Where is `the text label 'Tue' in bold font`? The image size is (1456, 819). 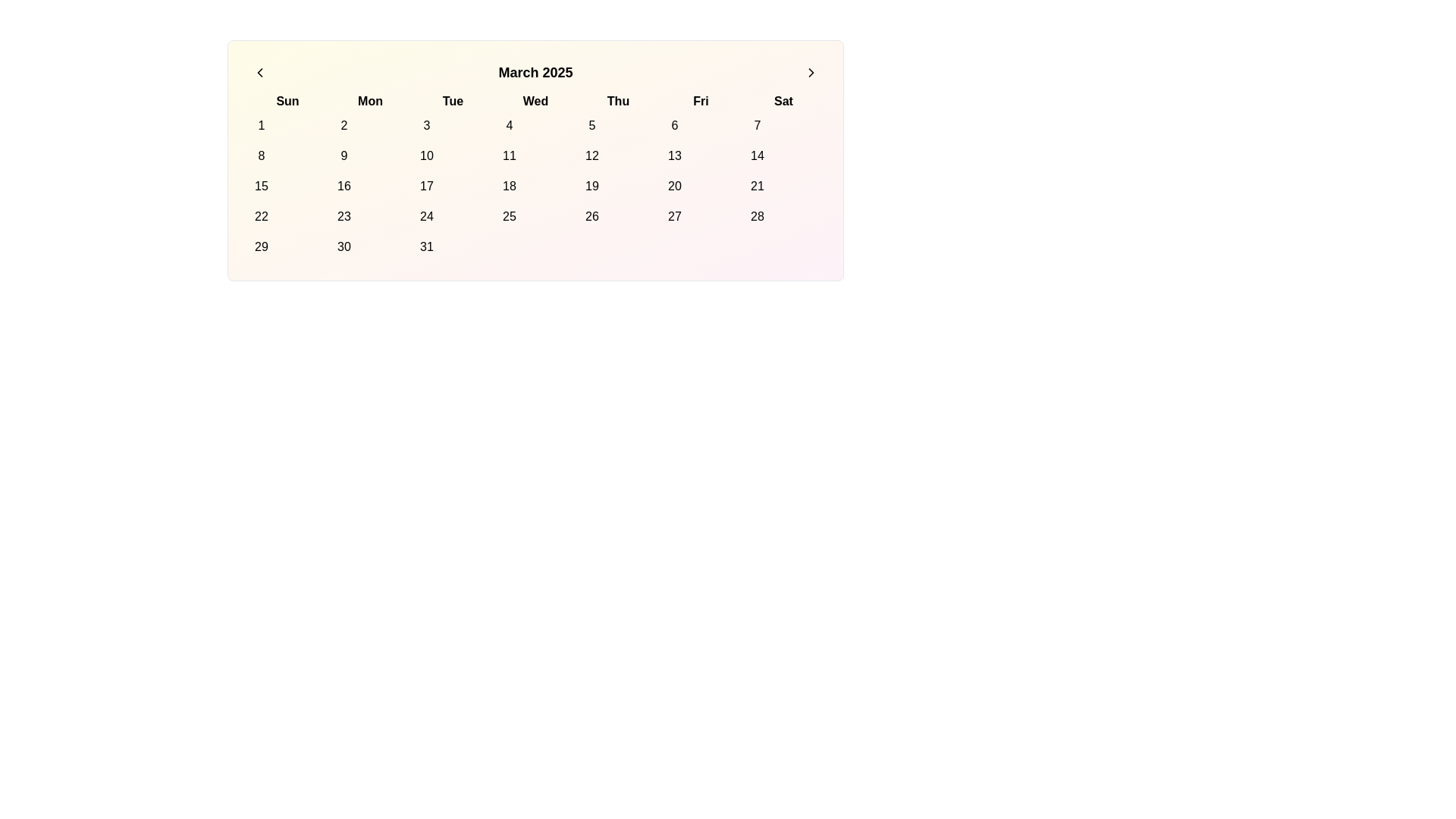 the text label 'Tue' in bold font is located at coordinates (452, 102).